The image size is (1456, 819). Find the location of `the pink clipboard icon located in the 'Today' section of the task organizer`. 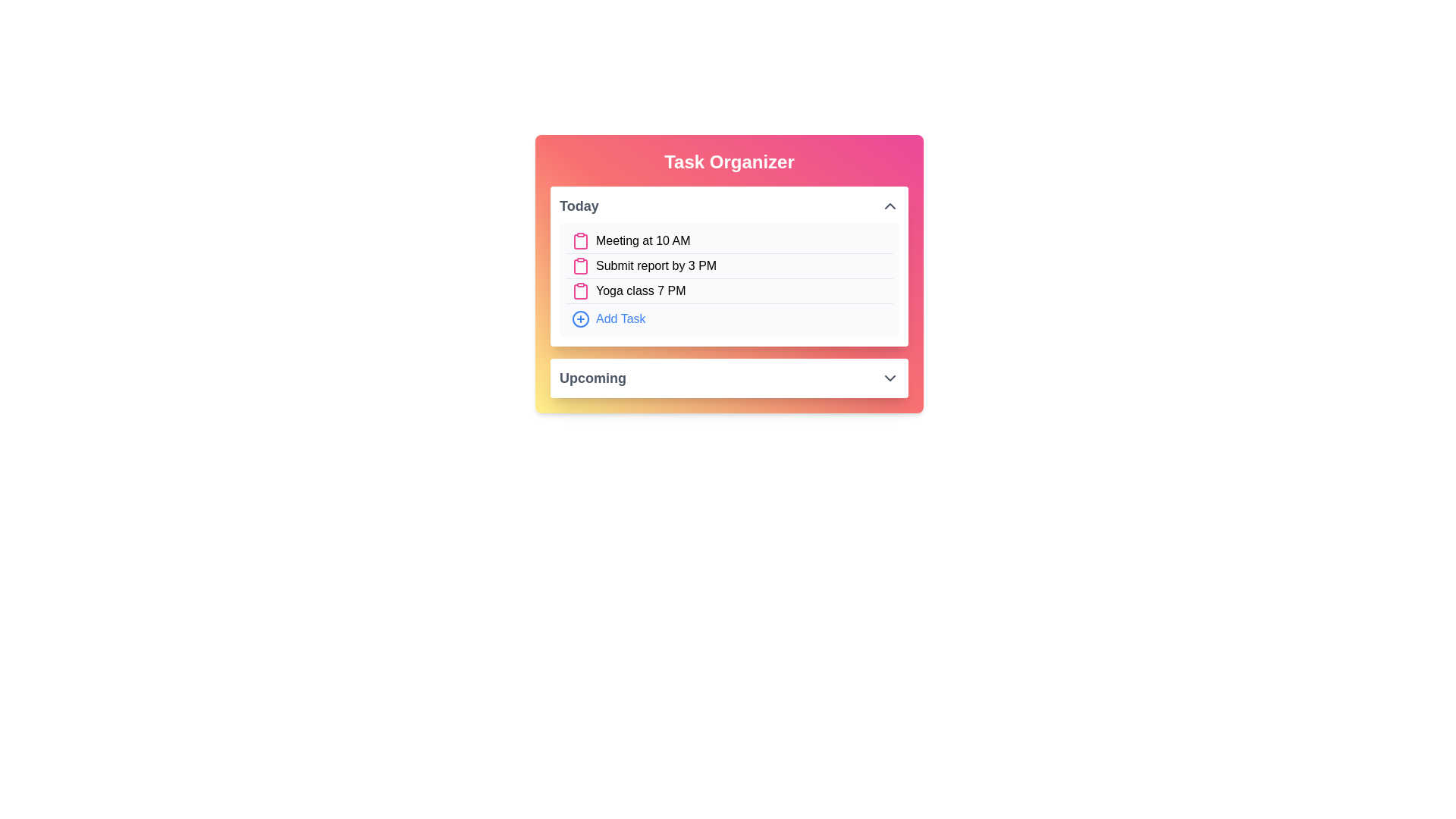

the pink clipboard icon located in the 'Today' section of the task organizer is located at coordinates (580, 241).